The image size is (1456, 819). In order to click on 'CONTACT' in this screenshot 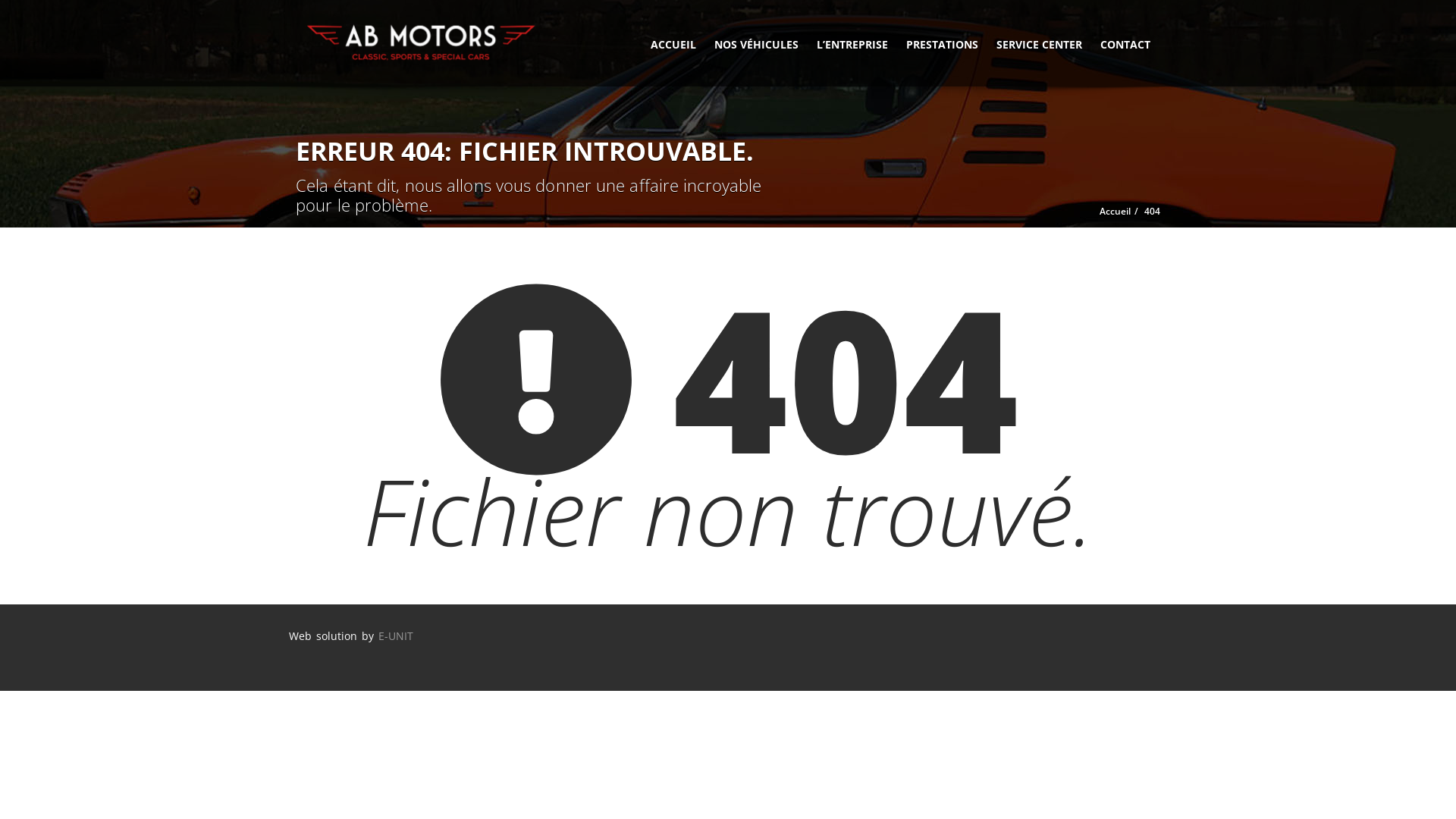, I will do `click(1125, 42)`.